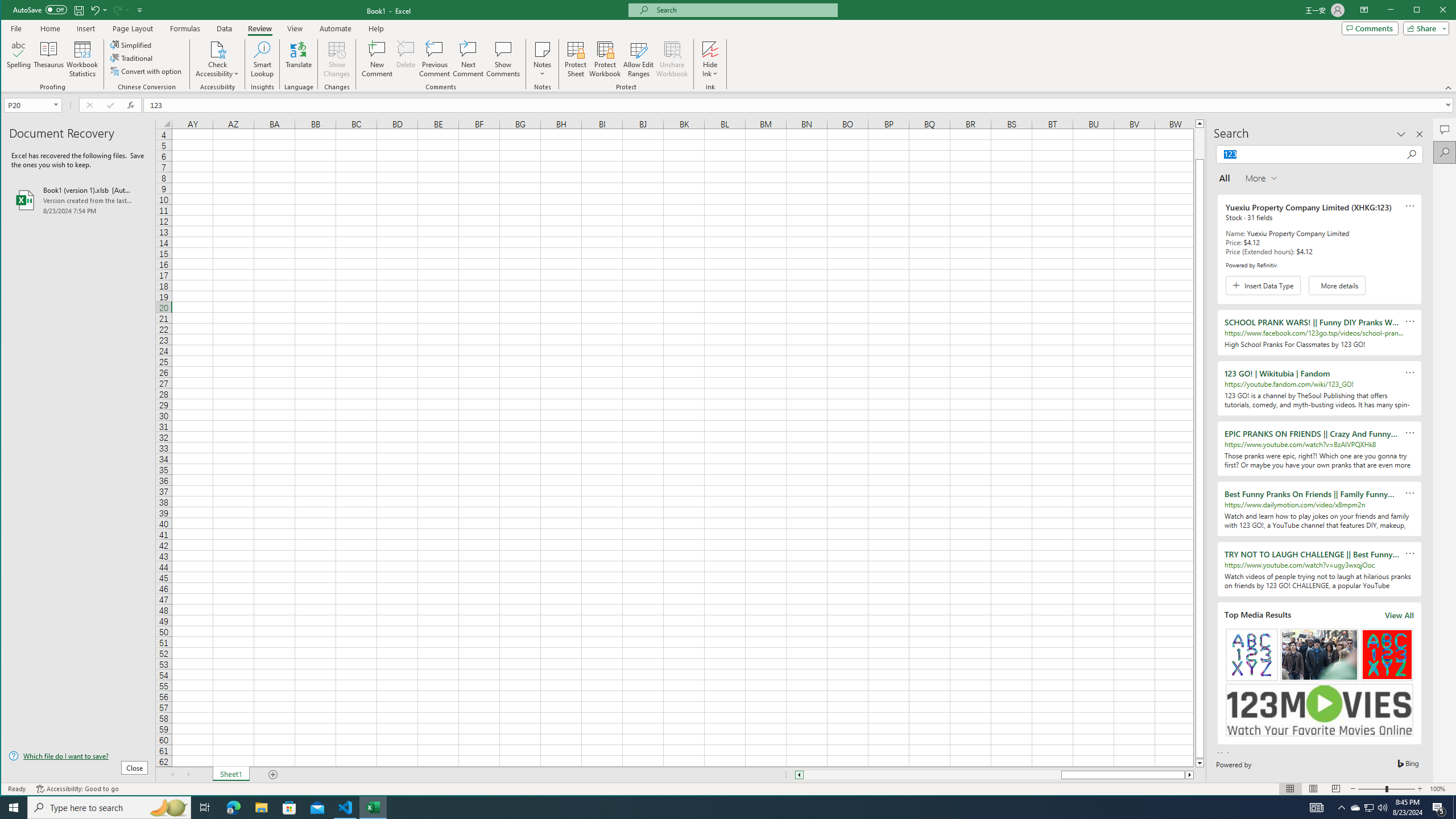 The width and height of the screenshot is (1456, 819). I want to click on 'Normal', so click(1290, 788).